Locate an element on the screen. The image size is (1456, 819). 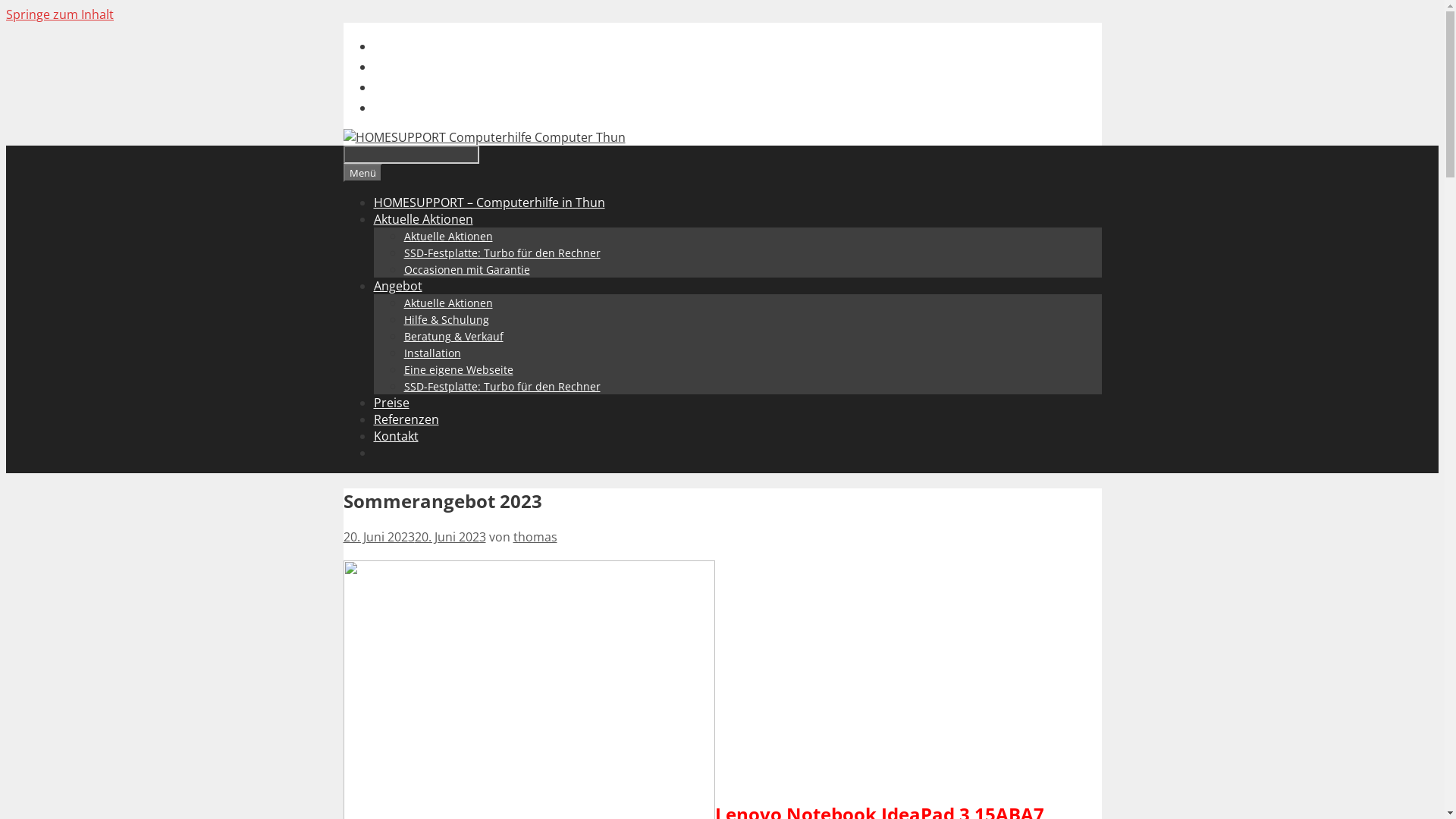
'thomas' is located at coordinates (535, 536).